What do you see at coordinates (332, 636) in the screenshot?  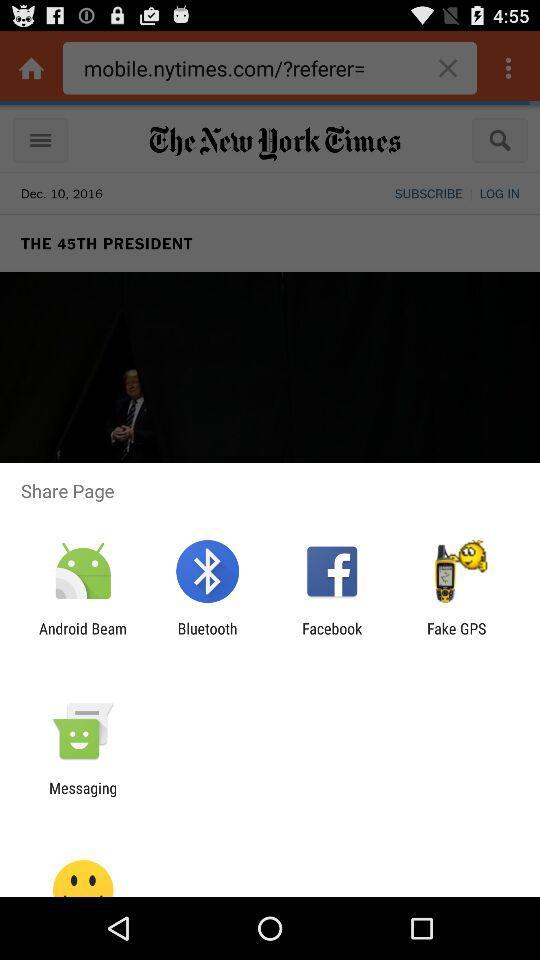 I see `the icon to the right of the bluetooth icon` at bounding box center [332, 636].